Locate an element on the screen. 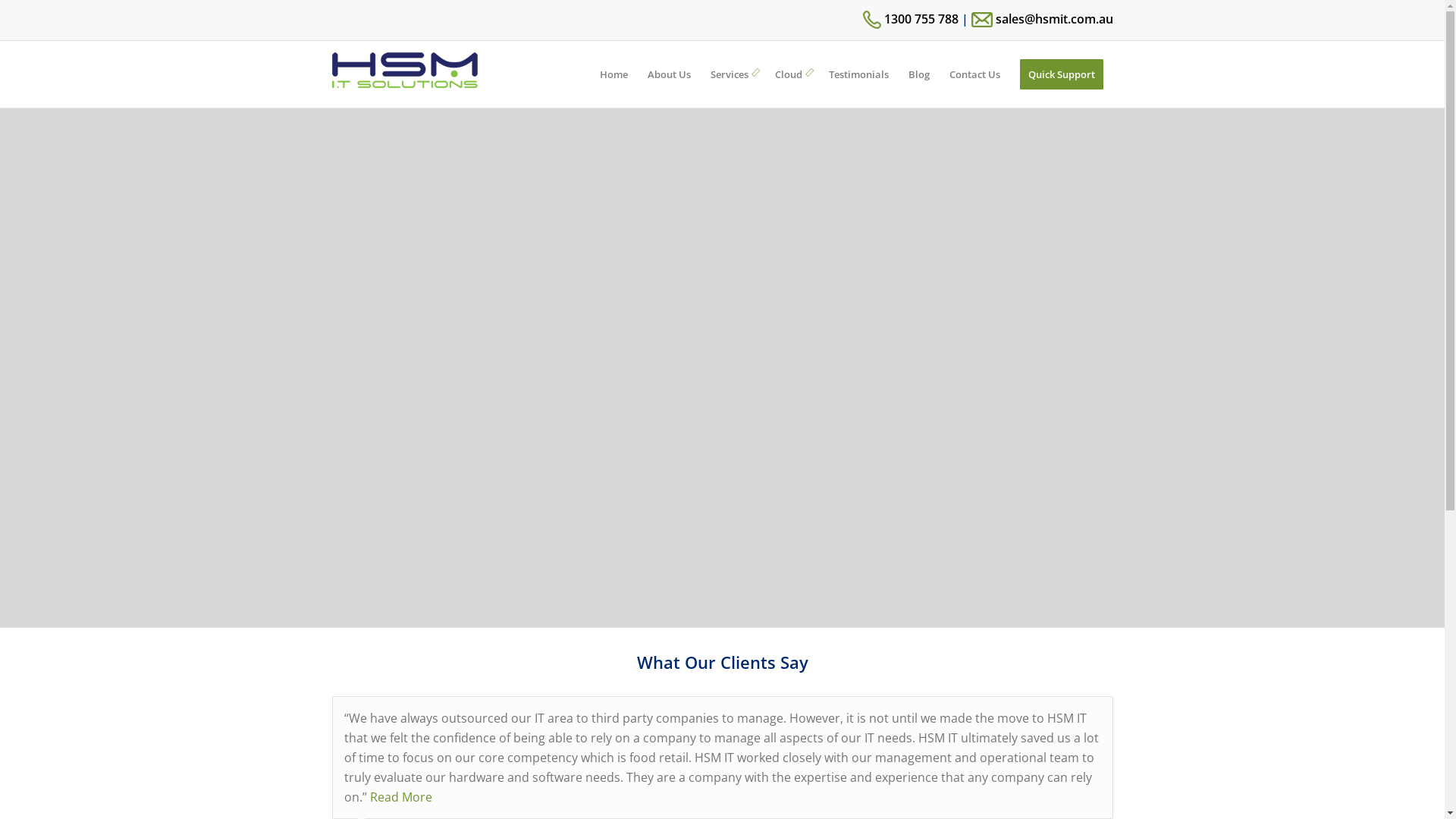 Image resolution: width=1456 pixels, height=819 pixels. 'Read More' is located at coordinates (370, 795).